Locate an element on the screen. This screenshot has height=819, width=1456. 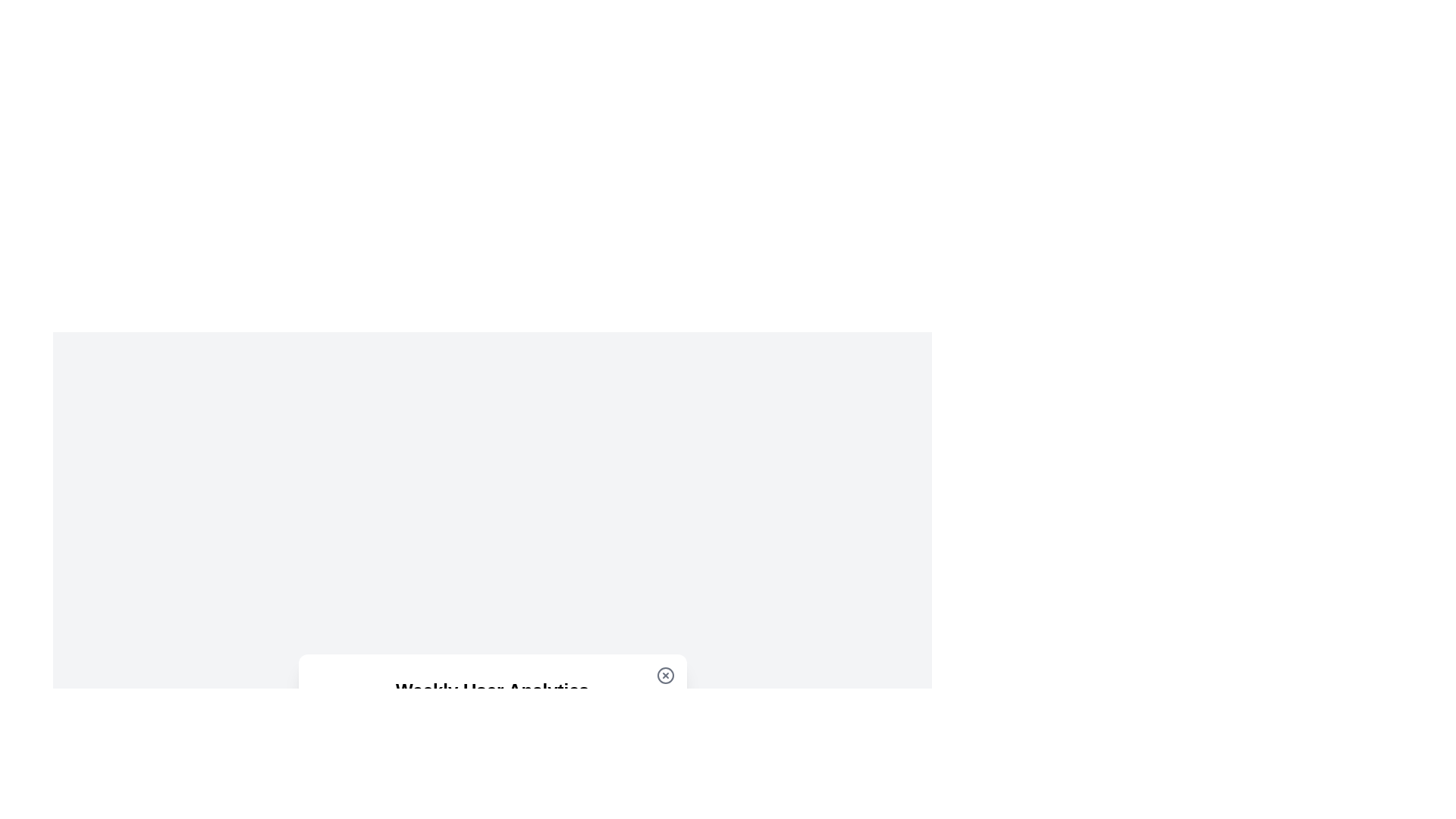
the text label displaying 'Monday' is located at coordinates (344, 741).